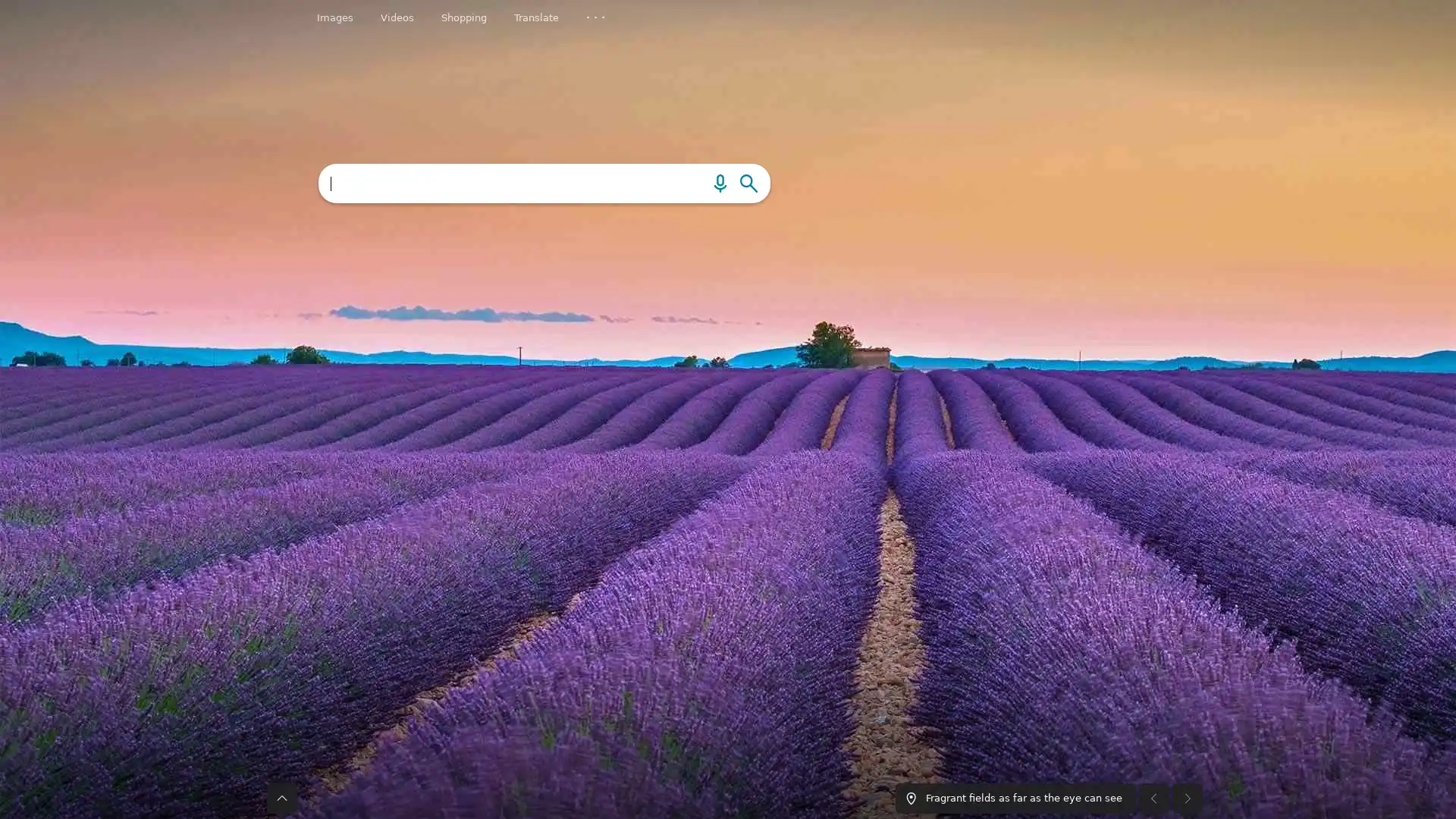 Image resolution: width=1456 pixels, height=819 pixels. Describe the element at coordinates (719, 182) in the screenshot. I see `Search using an image` at that location.